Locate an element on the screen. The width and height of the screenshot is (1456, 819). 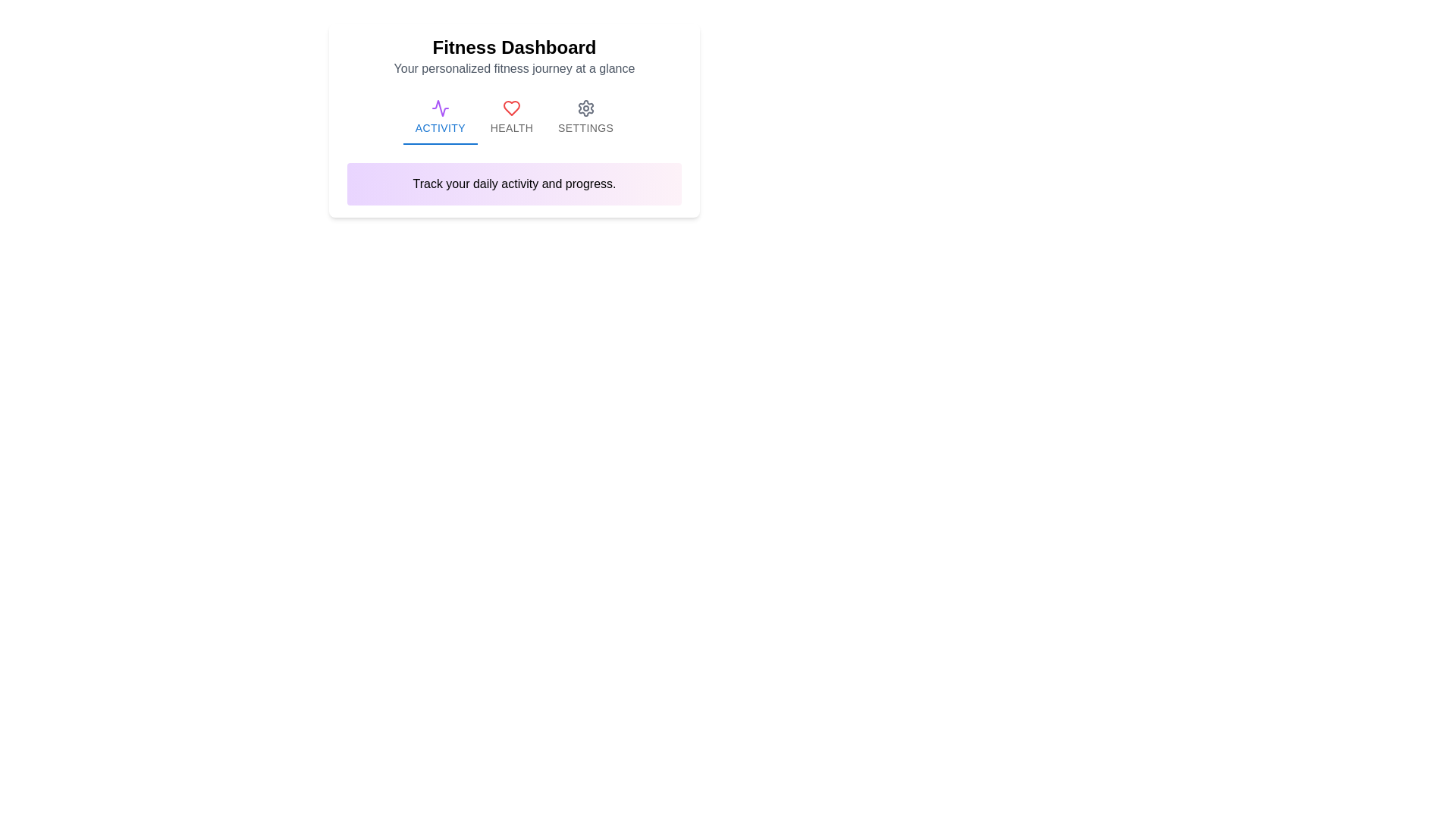
the purple waveform icon representing the 'Activity' tab in the Fitness Dashboard interface is located at coordinates (439, 108).